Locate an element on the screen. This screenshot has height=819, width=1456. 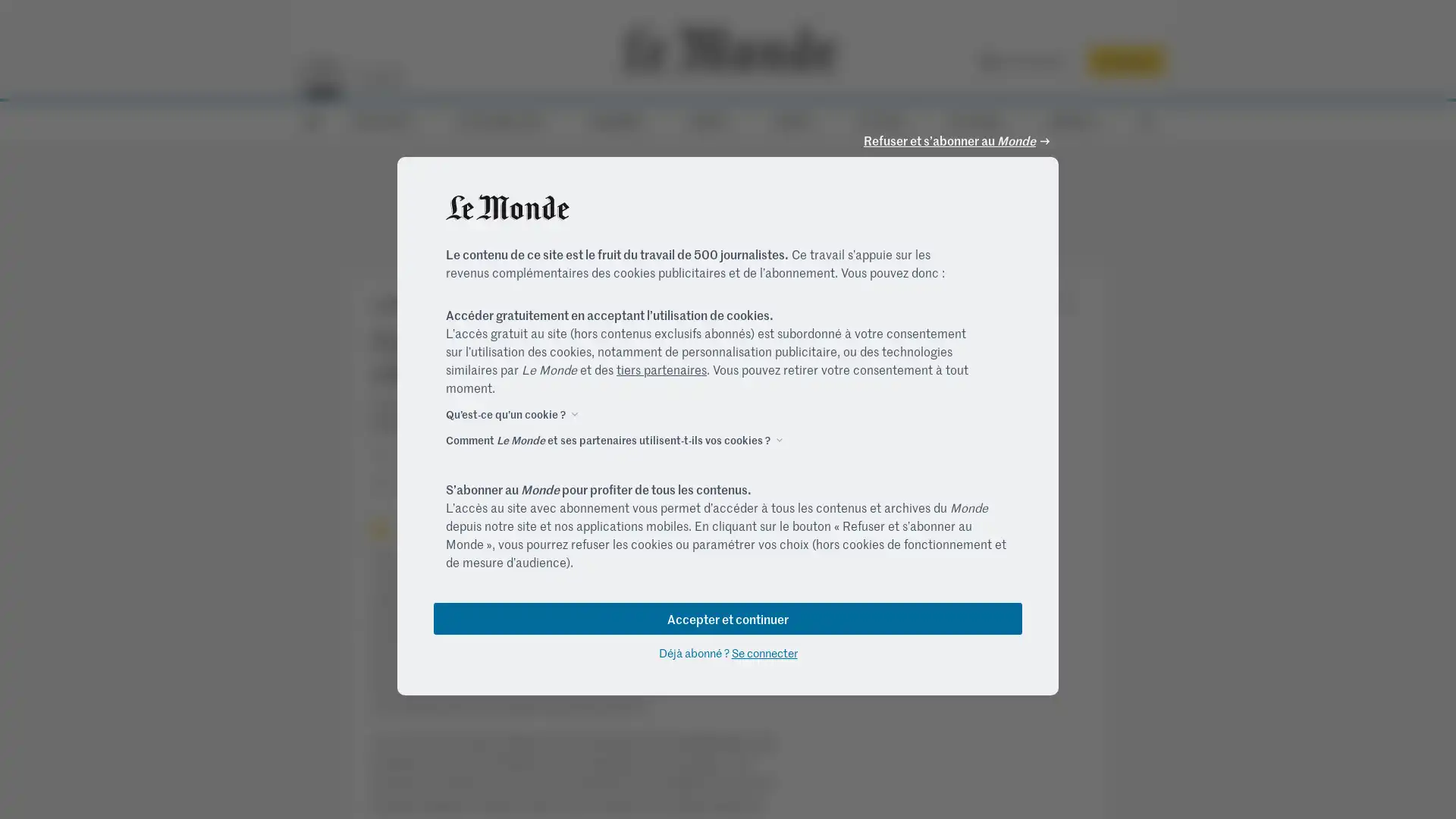
ECONOMIE is located at coordinates (622, 120).